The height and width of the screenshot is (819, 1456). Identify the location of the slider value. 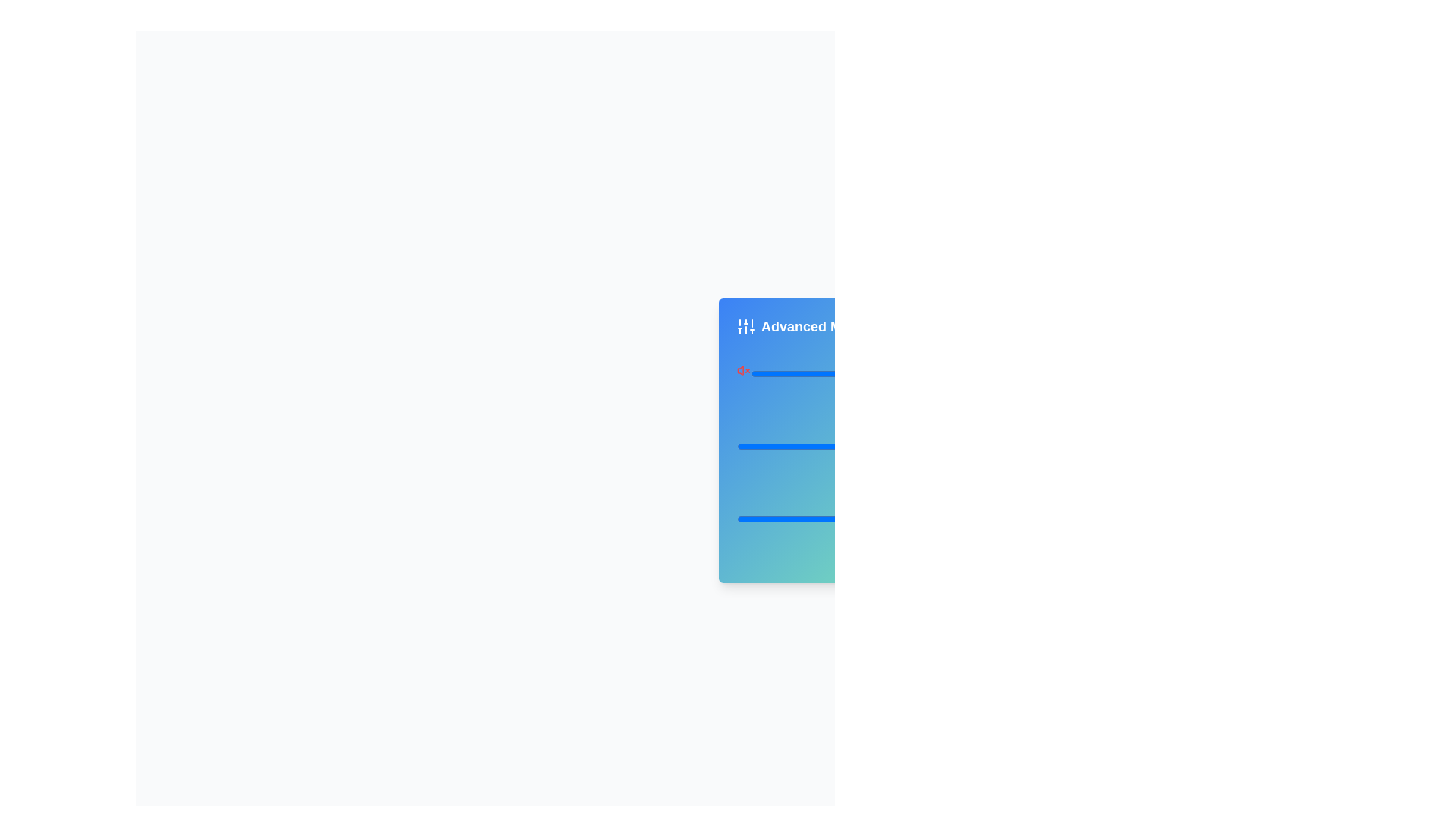
(962, 368).